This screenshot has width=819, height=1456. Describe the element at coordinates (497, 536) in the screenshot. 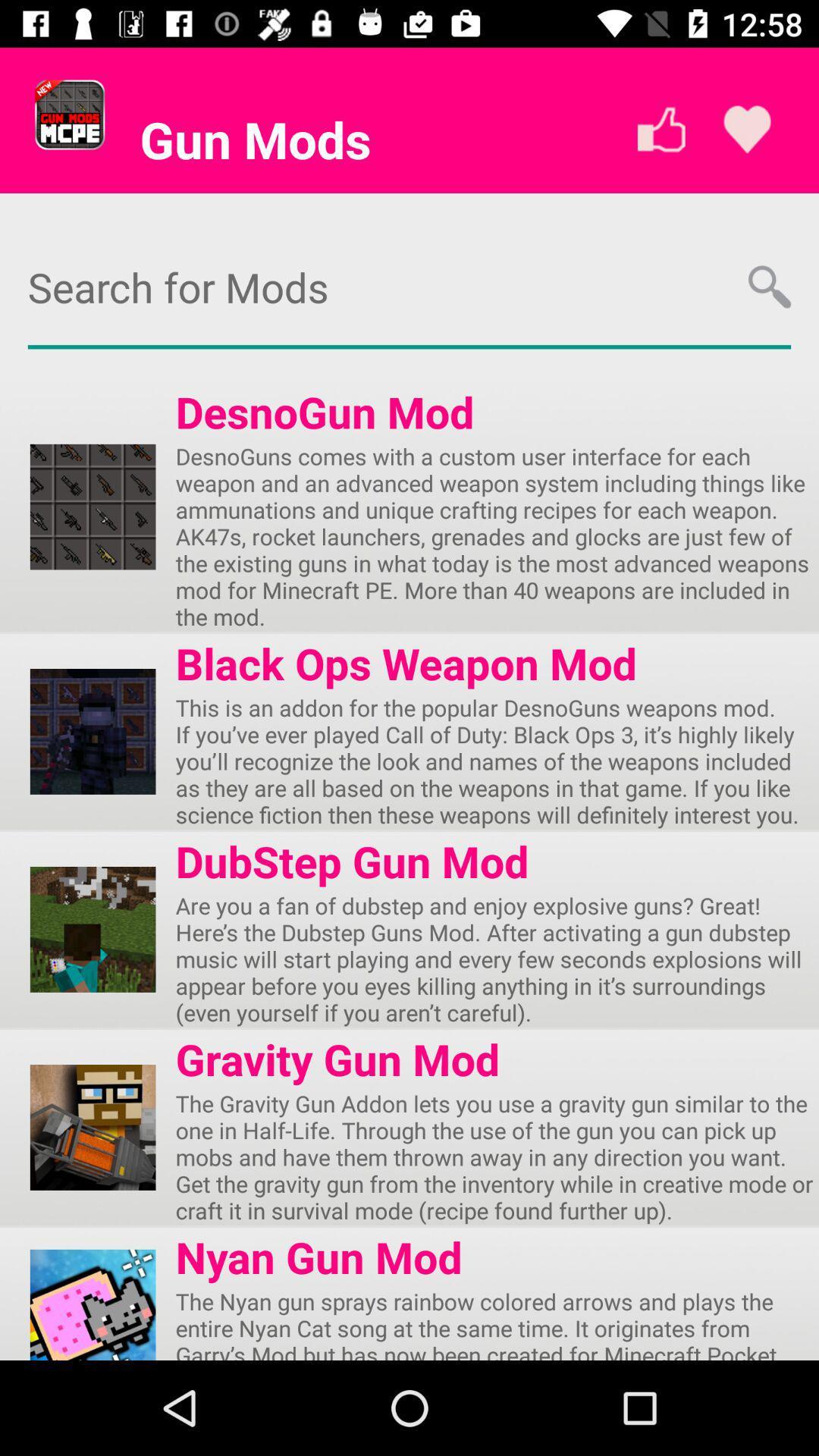

I see `the desnoguns comes with app` at that location.